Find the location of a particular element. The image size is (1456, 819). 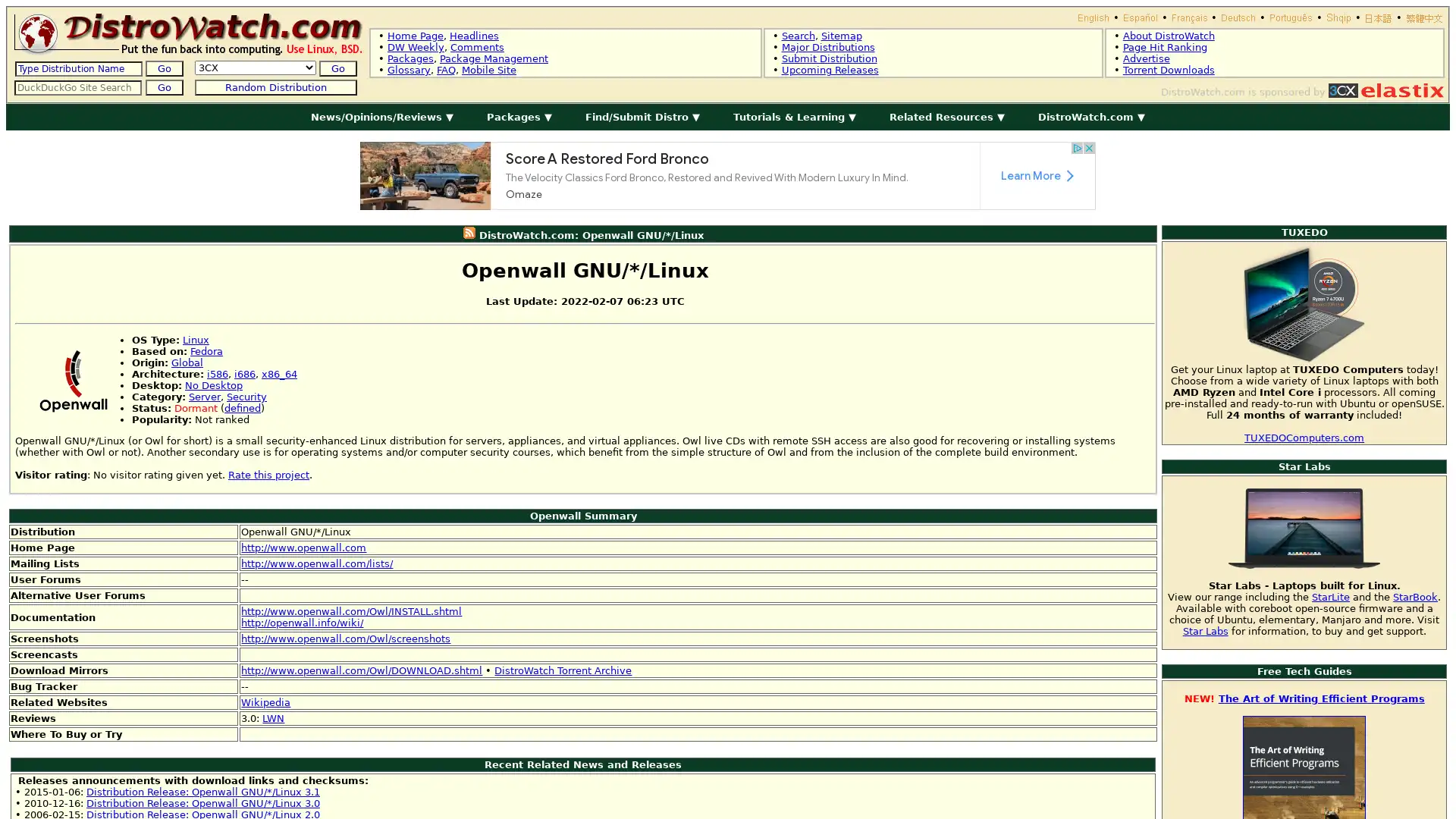

Random Distribution is located at coordinates (275, 87).